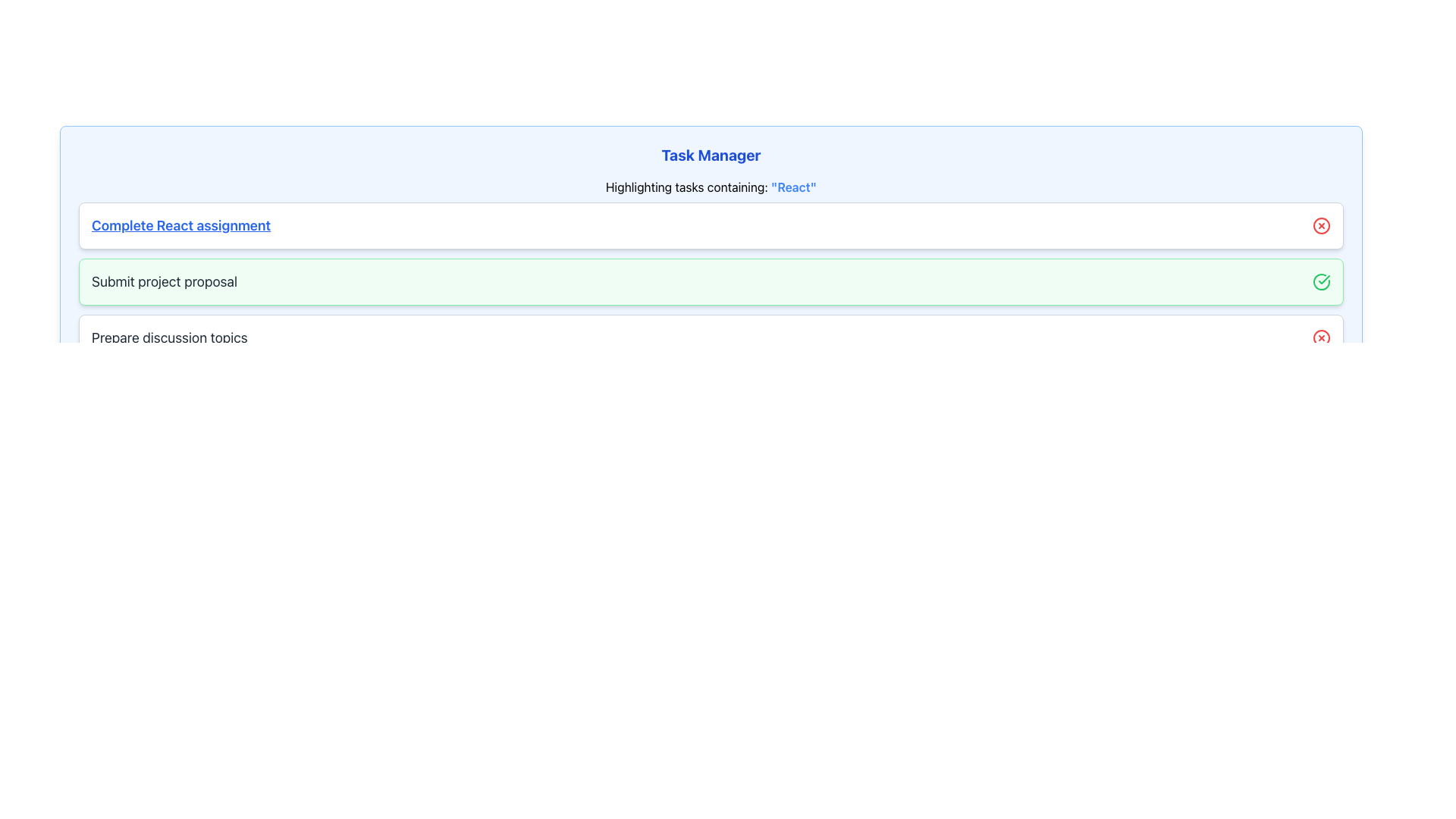  Describe the element at coordinates (181, 225) in the screenshot. I see `the text element representing the title or main content of the first task card in the Task Manager` at that location.